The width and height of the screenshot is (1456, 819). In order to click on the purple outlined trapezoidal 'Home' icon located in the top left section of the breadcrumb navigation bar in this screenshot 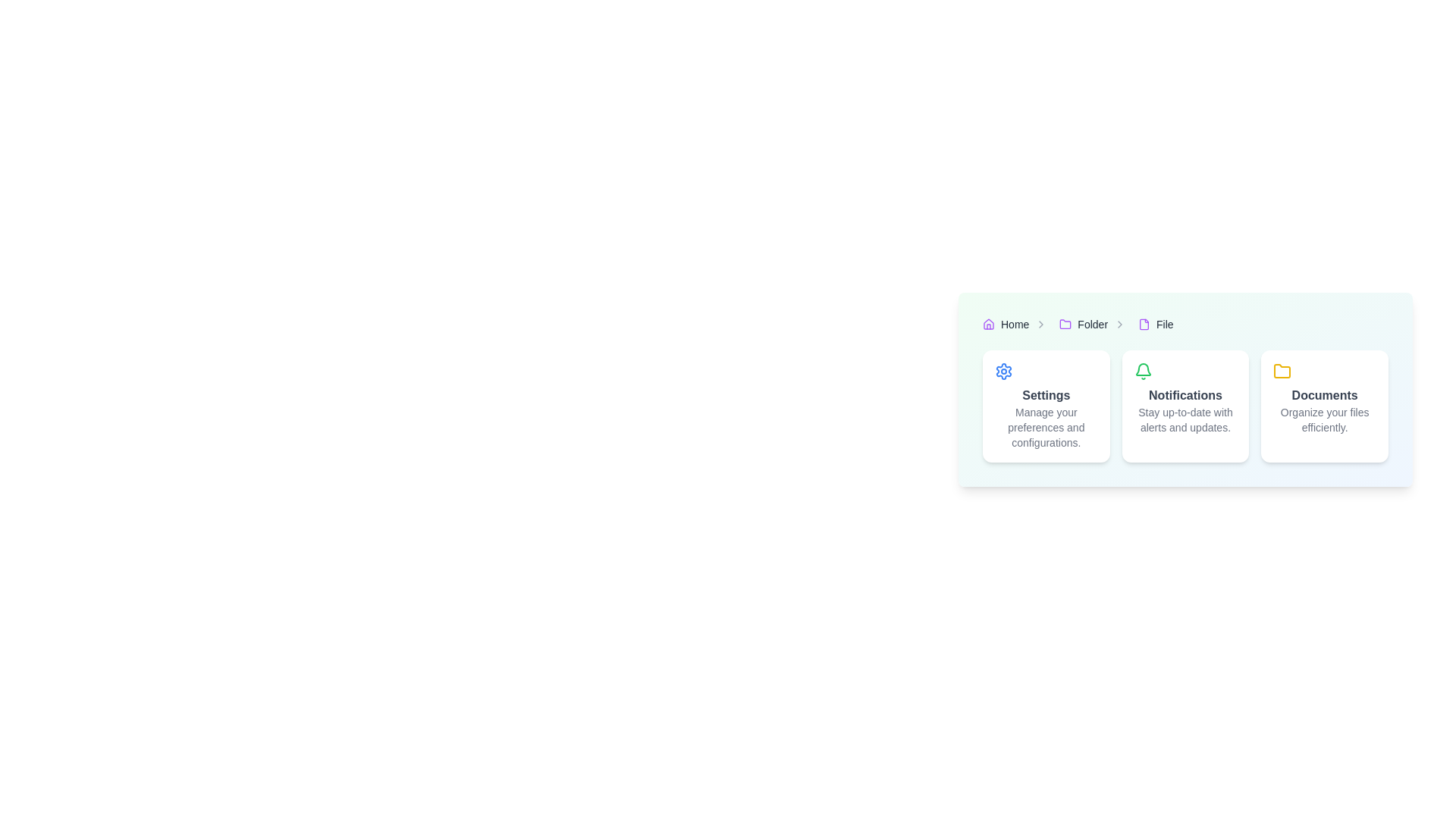, I will do `click(989, 323)`.